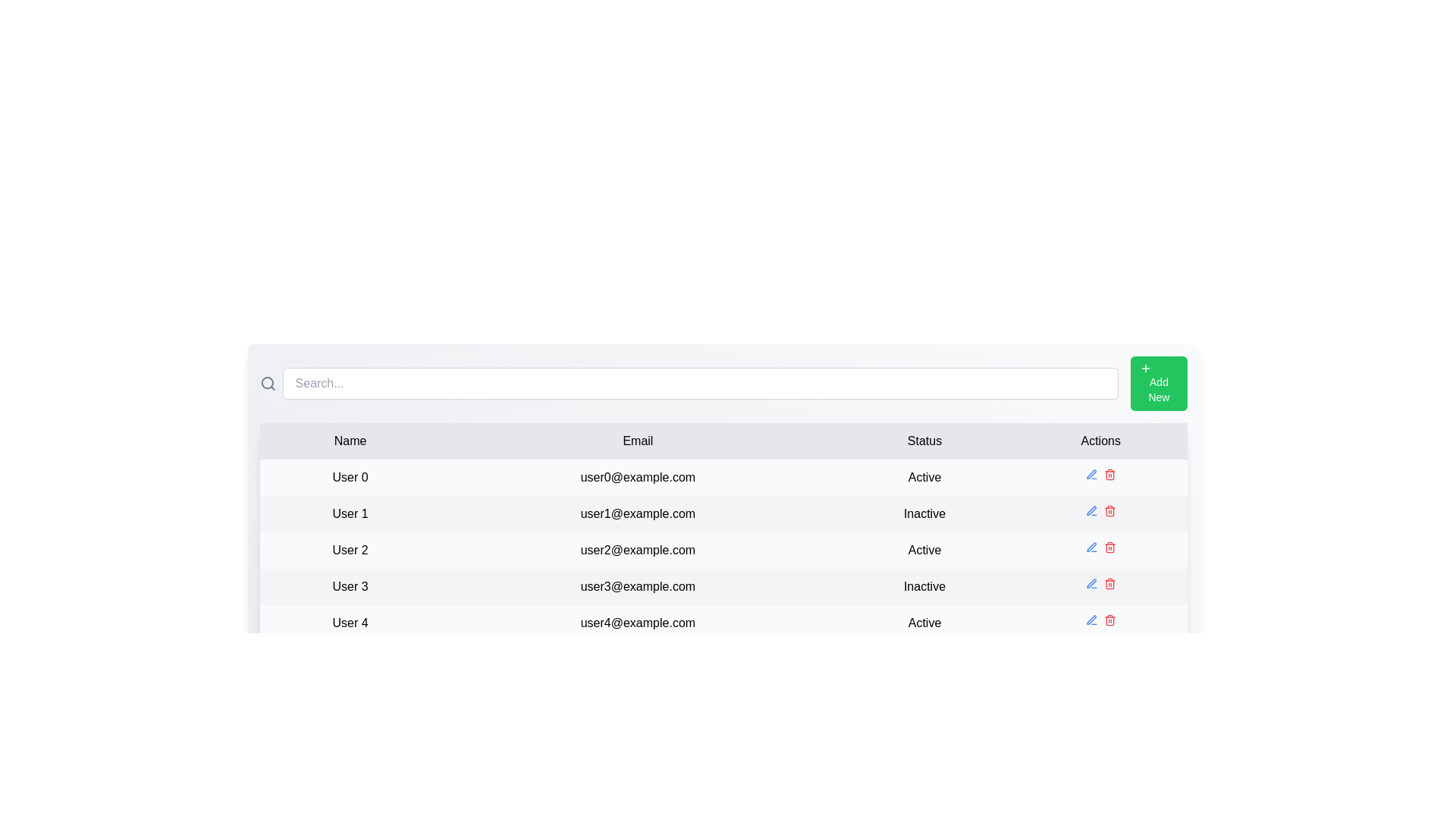 The image size is (1456, 819). What do you see at coordinates (1090, 620) in the screenshot?
I see `the edit icon for the row corresponding to User 4` at bounding box center [1090, 620].